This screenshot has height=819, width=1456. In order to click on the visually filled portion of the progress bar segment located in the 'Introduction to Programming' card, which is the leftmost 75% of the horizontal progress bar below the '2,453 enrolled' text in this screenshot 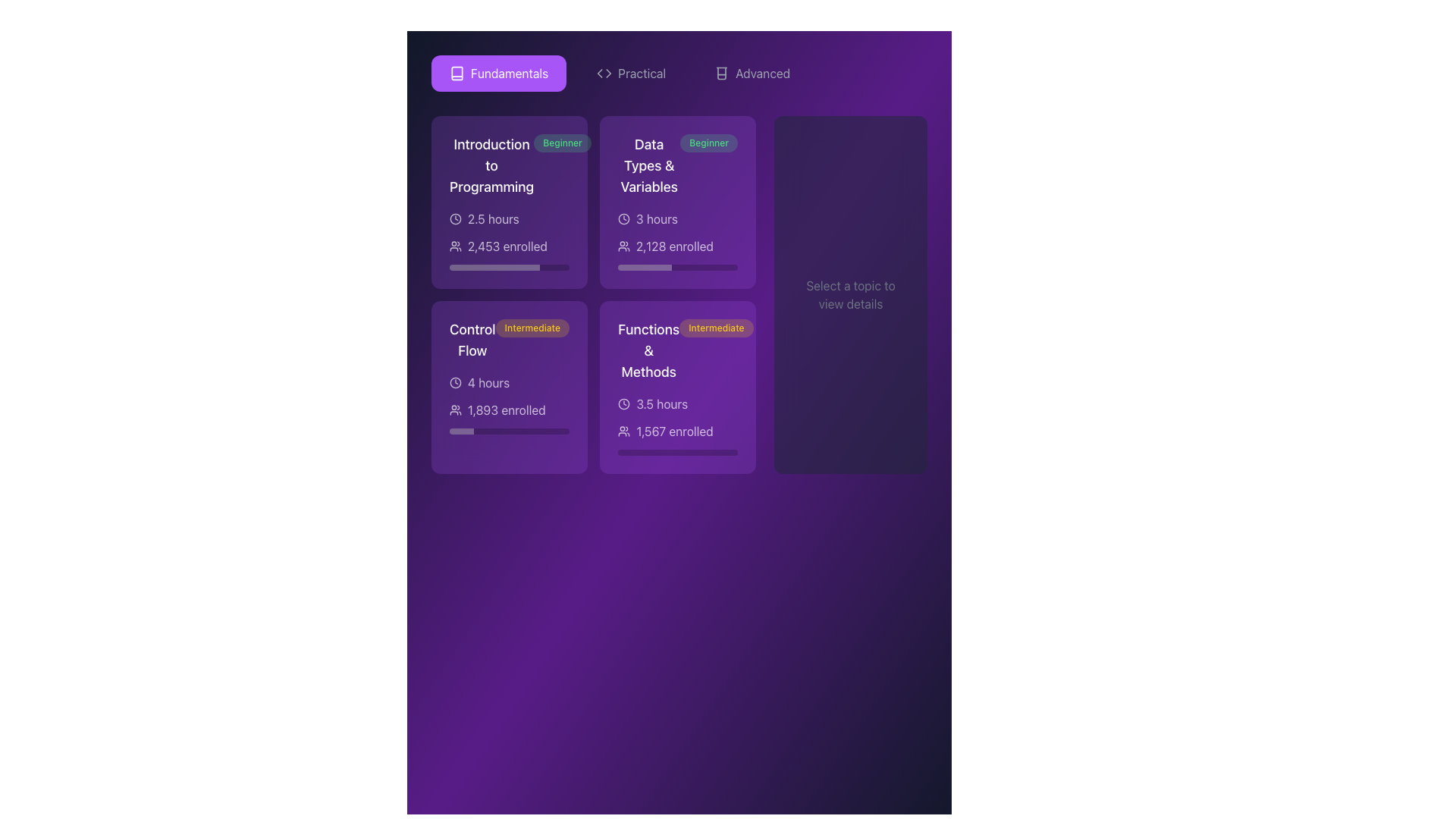, I will do `click(494, 267)`.